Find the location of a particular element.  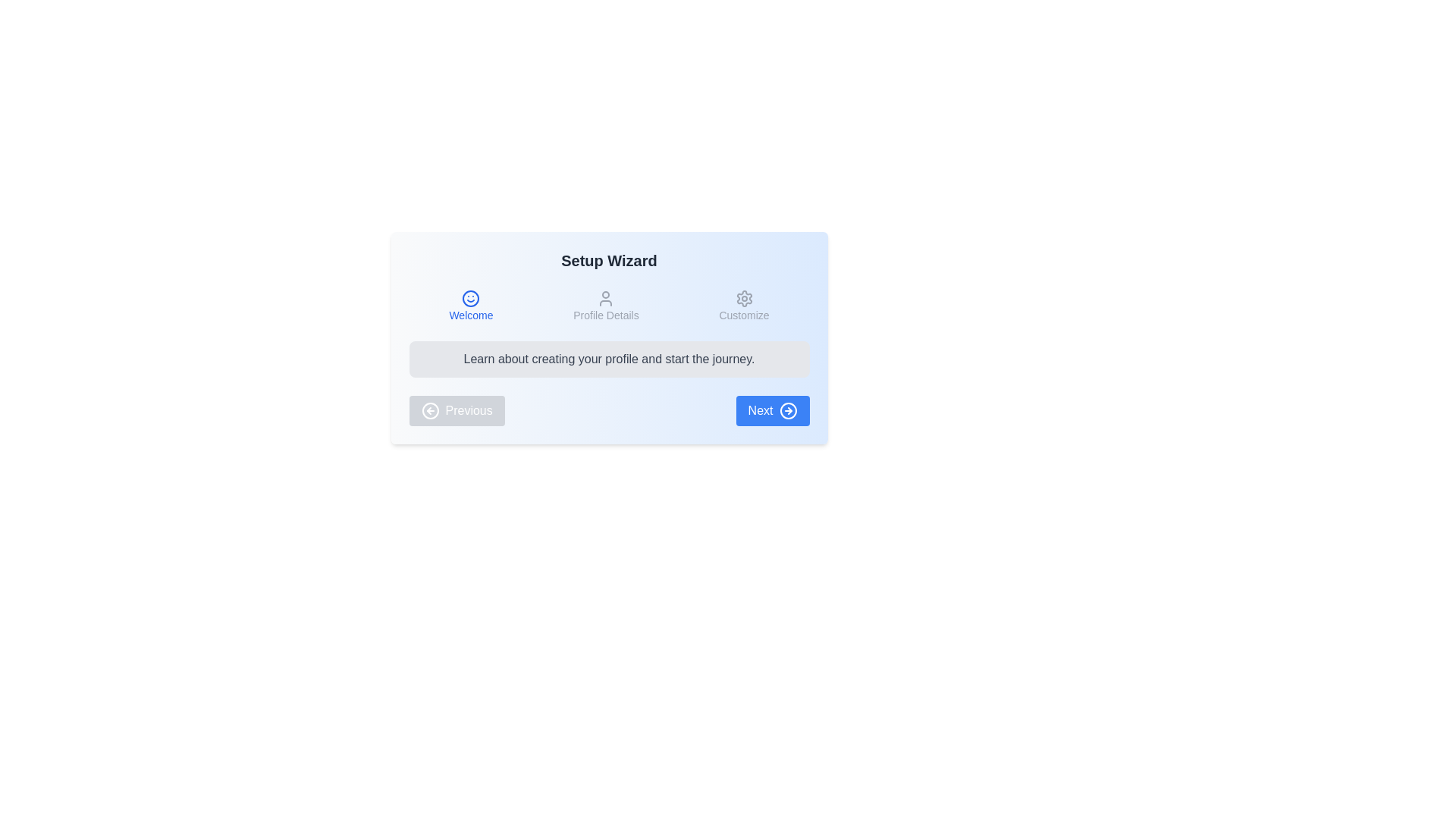

the 'Customize' button, which features a gear icon and is styled in gray is located at coordinates (744, 306).